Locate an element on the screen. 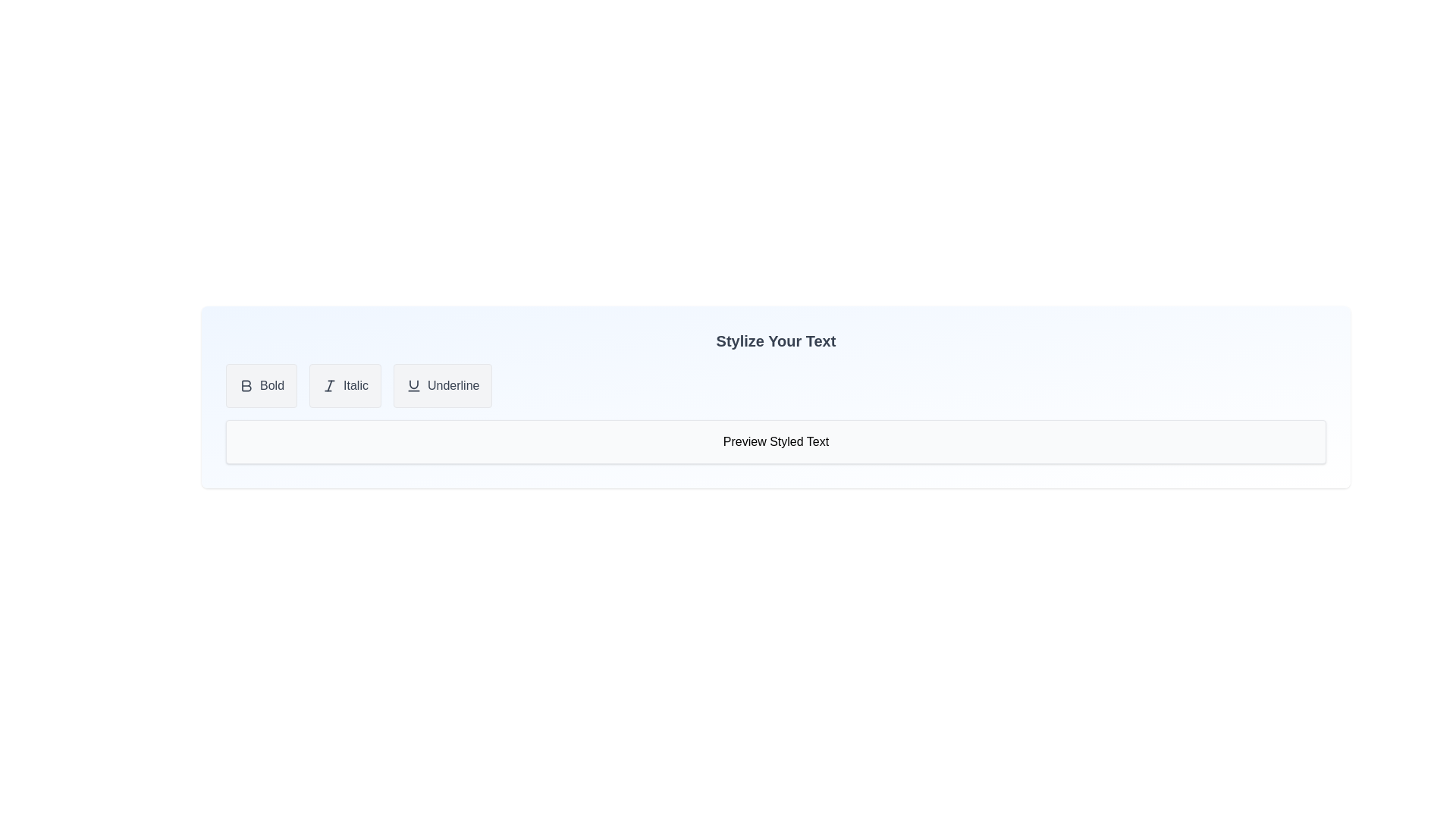  the 'Bold' button to toggle the bold style for the text is located at coordinates (262, 385).